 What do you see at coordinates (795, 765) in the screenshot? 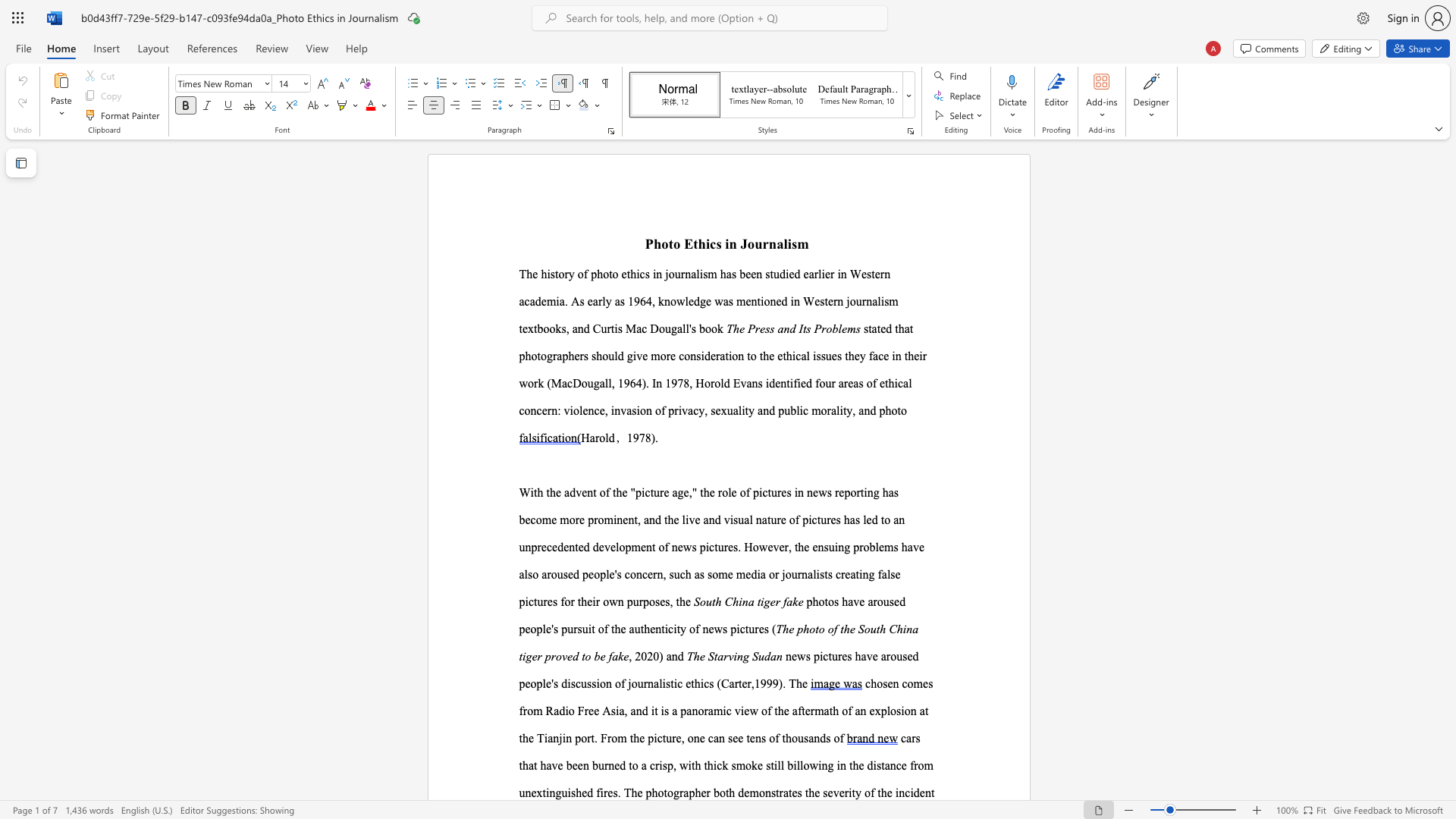
I see `the subset text "llowing in the distance from unexting" within the text "cars that have been burned to a crisp, with thick smoke still billowing in the distance from unextinguished fires. The"` at bounding box center [795, 765].